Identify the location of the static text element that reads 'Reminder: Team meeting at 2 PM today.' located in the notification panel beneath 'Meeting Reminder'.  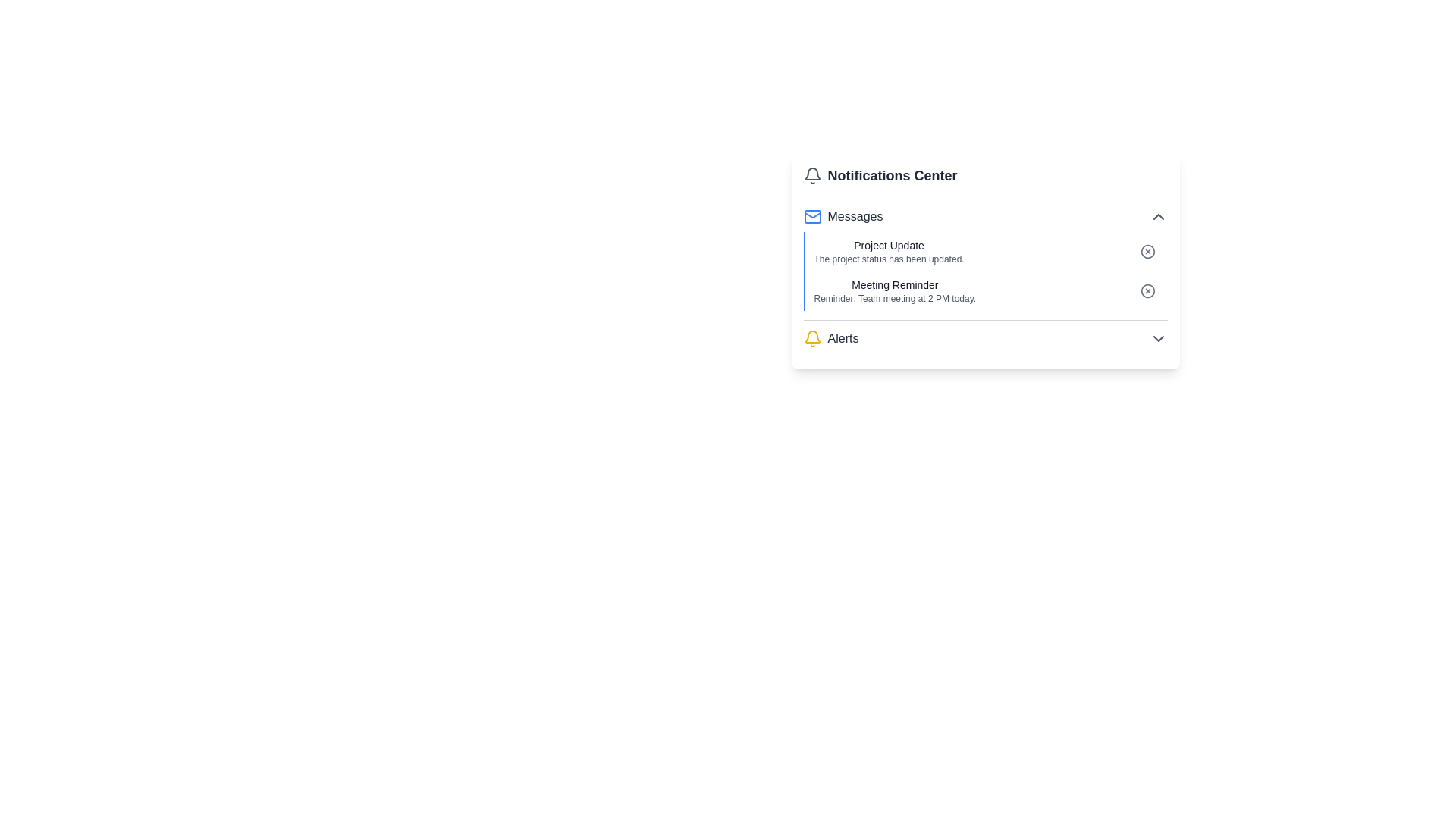
(895, 298).